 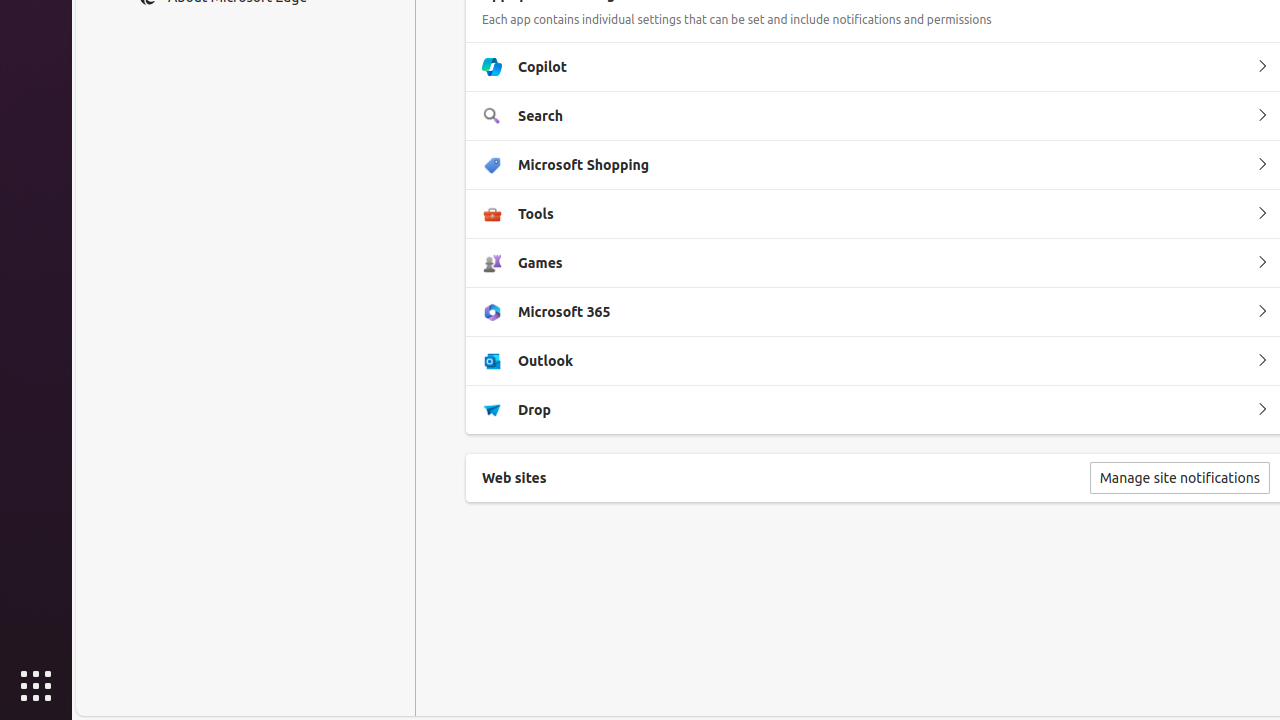 What do you see at coordinates (35, 685) in the screenshot?
I see `'Show Applications'` at bounding box center [35, 685].